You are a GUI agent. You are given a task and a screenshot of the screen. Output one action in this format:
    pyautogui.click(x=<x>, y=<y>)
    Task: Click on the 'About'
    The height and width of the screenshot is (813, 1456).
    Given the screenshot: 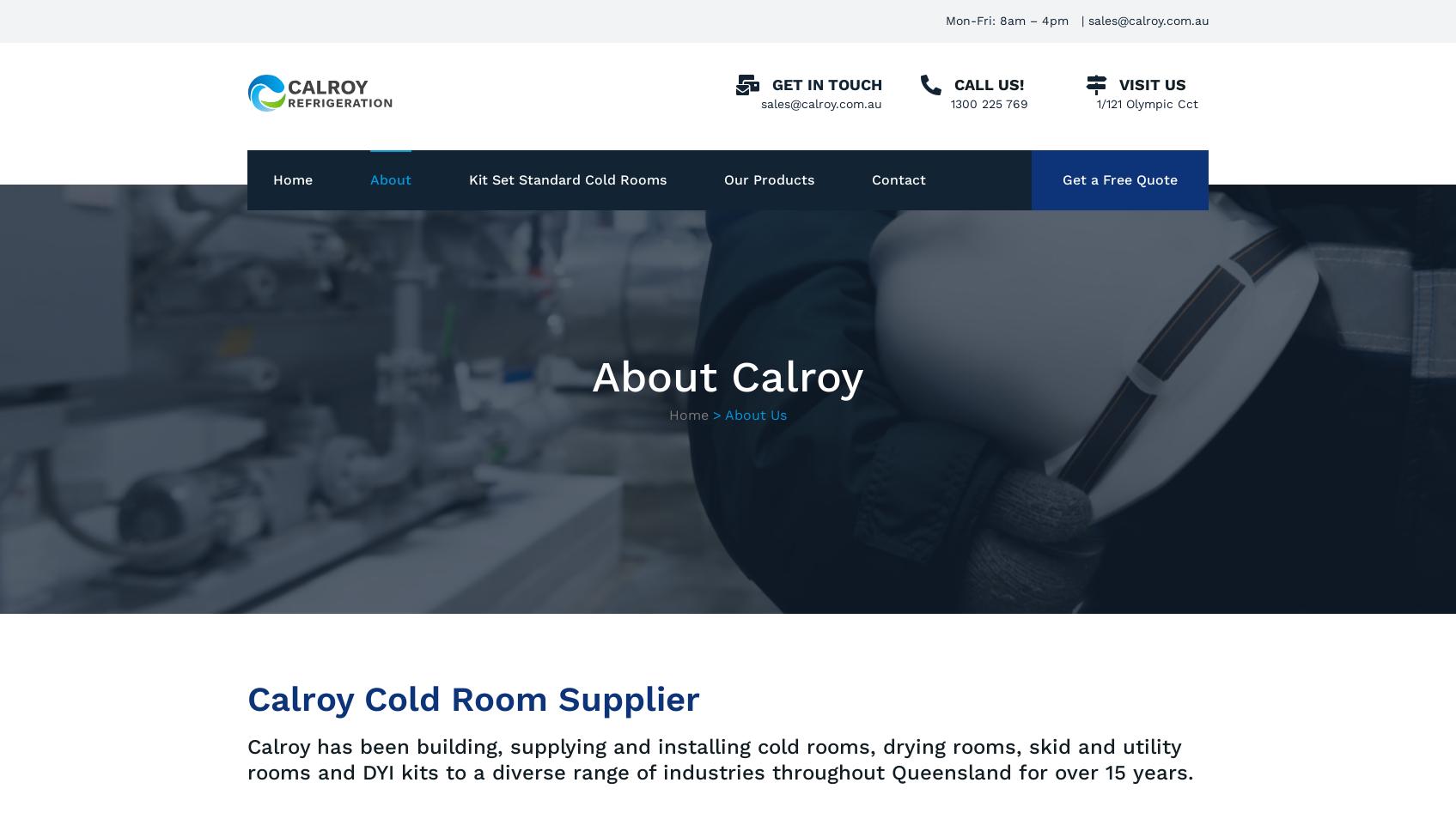 What is the action you would take?
    pyautogui.click(x=389, y=179)
    